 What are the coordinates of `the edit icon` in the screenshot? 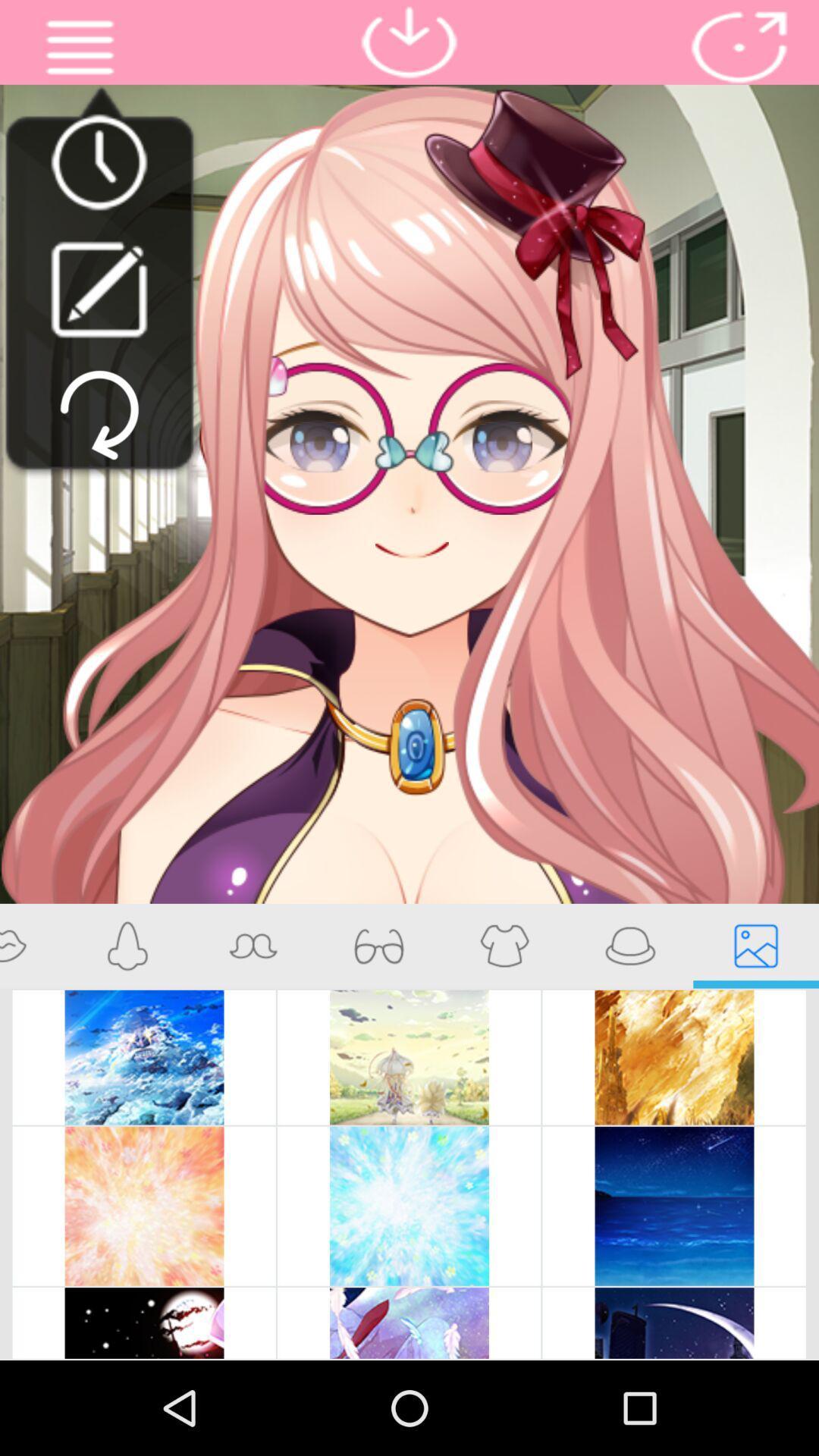 It's located at (99, 309).